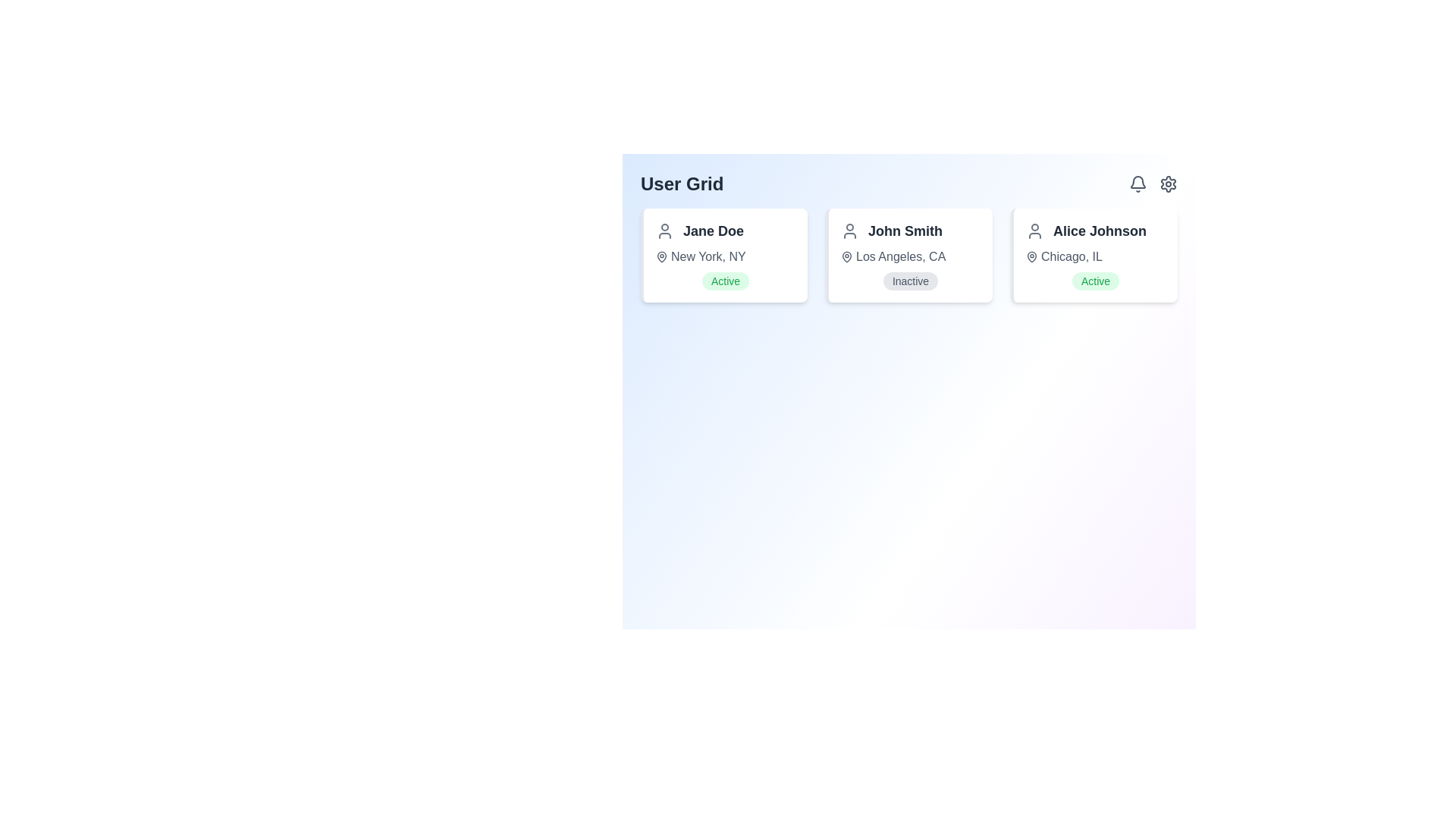  What do you see at coordinates (1100, 231) in the screenshot?
I see `text label displaying 'Alice Johnson', which is styled in a large, bold gray font and positioned within a user card context` at bounding box center [1100, 231].